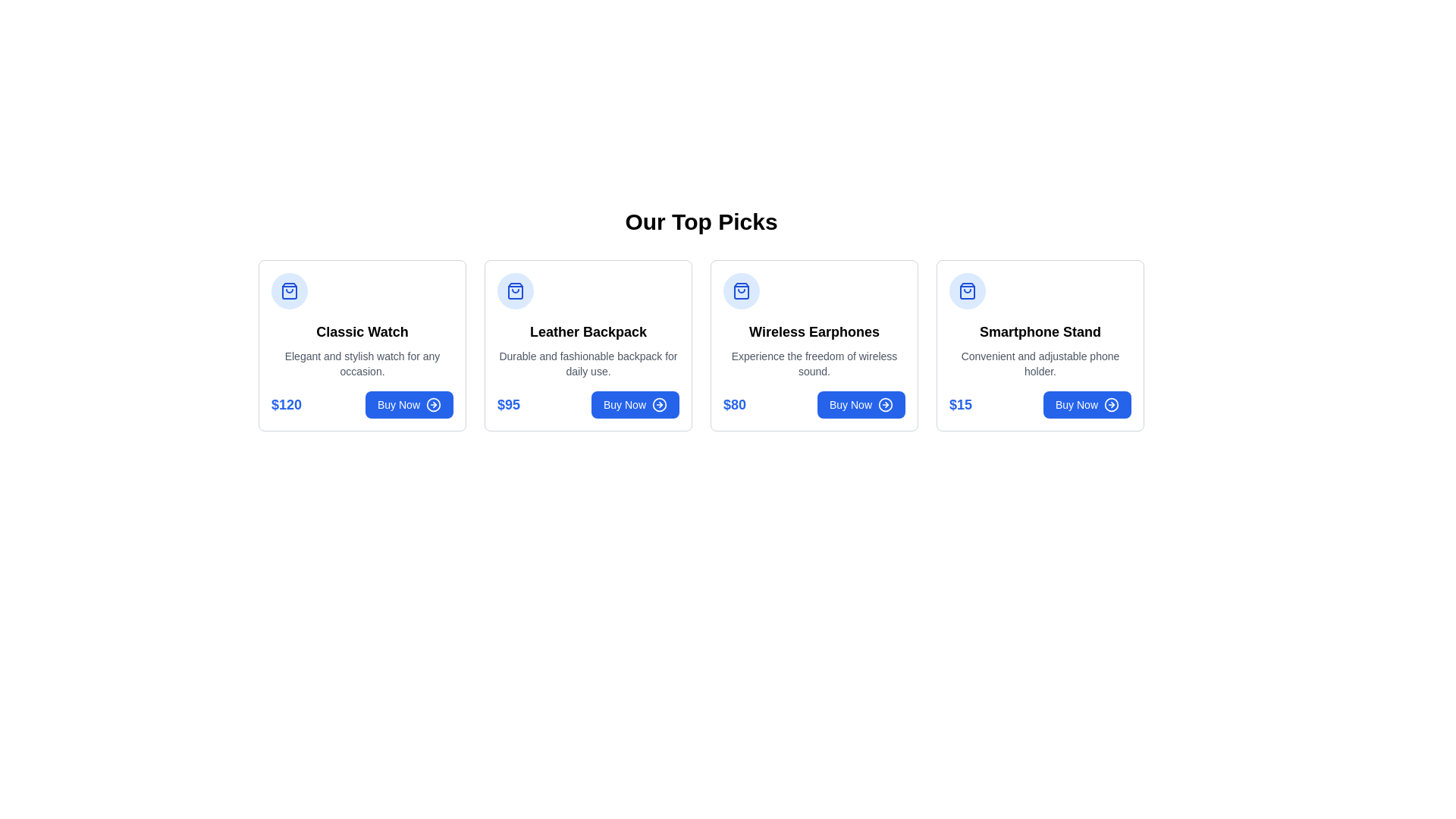 Image resolution: width=1456 pixels, height=819 pixels. I want to click on the shopping bag icon with thin blue lines located within the leftmost card of the 'Our Top Picks' section, which is centered in a circular blue background, so click(516, 291).